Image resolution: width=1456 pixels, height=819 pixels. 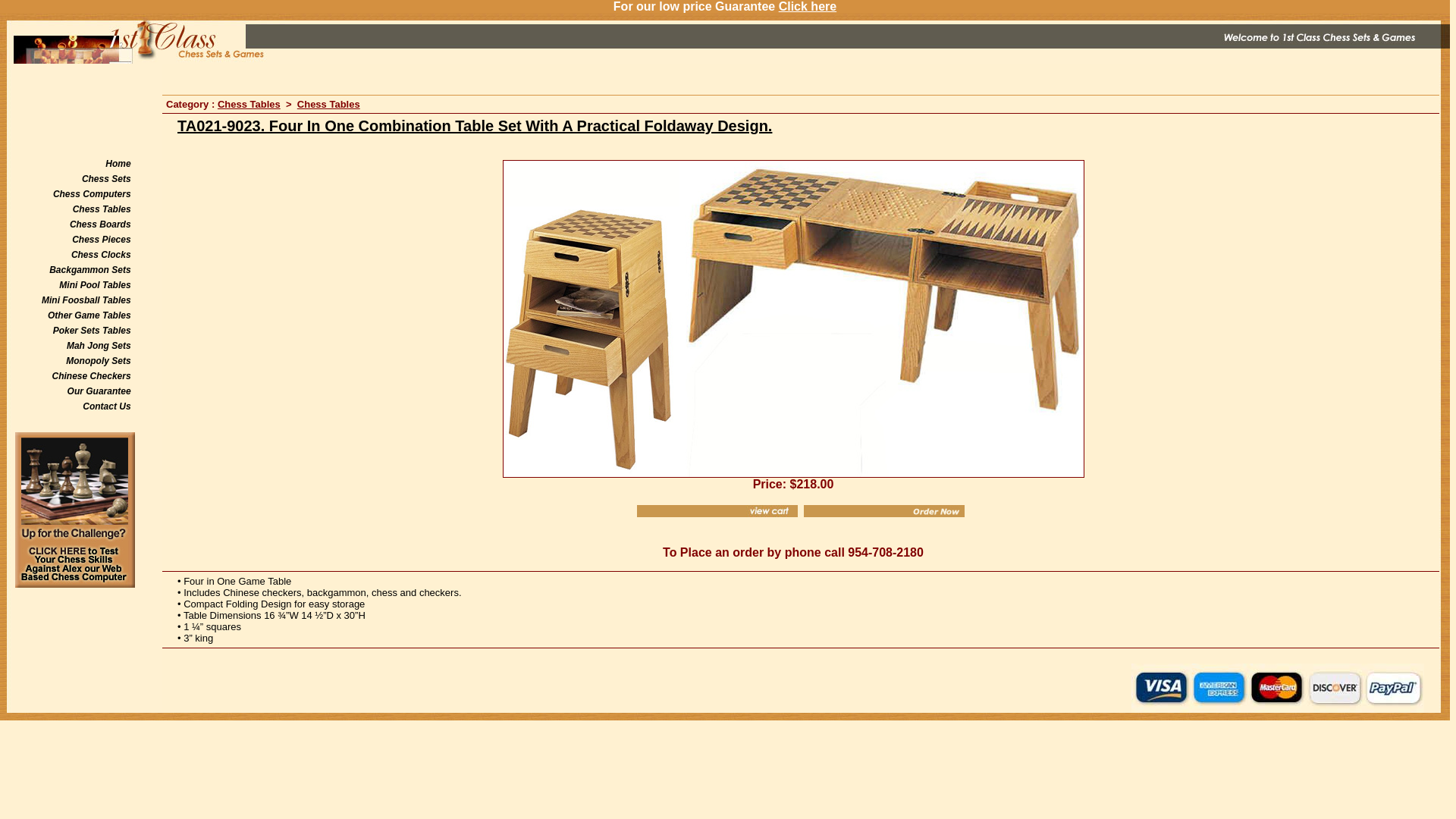 I want to click on 'Other Game Tables', so click(x=89, y=315).